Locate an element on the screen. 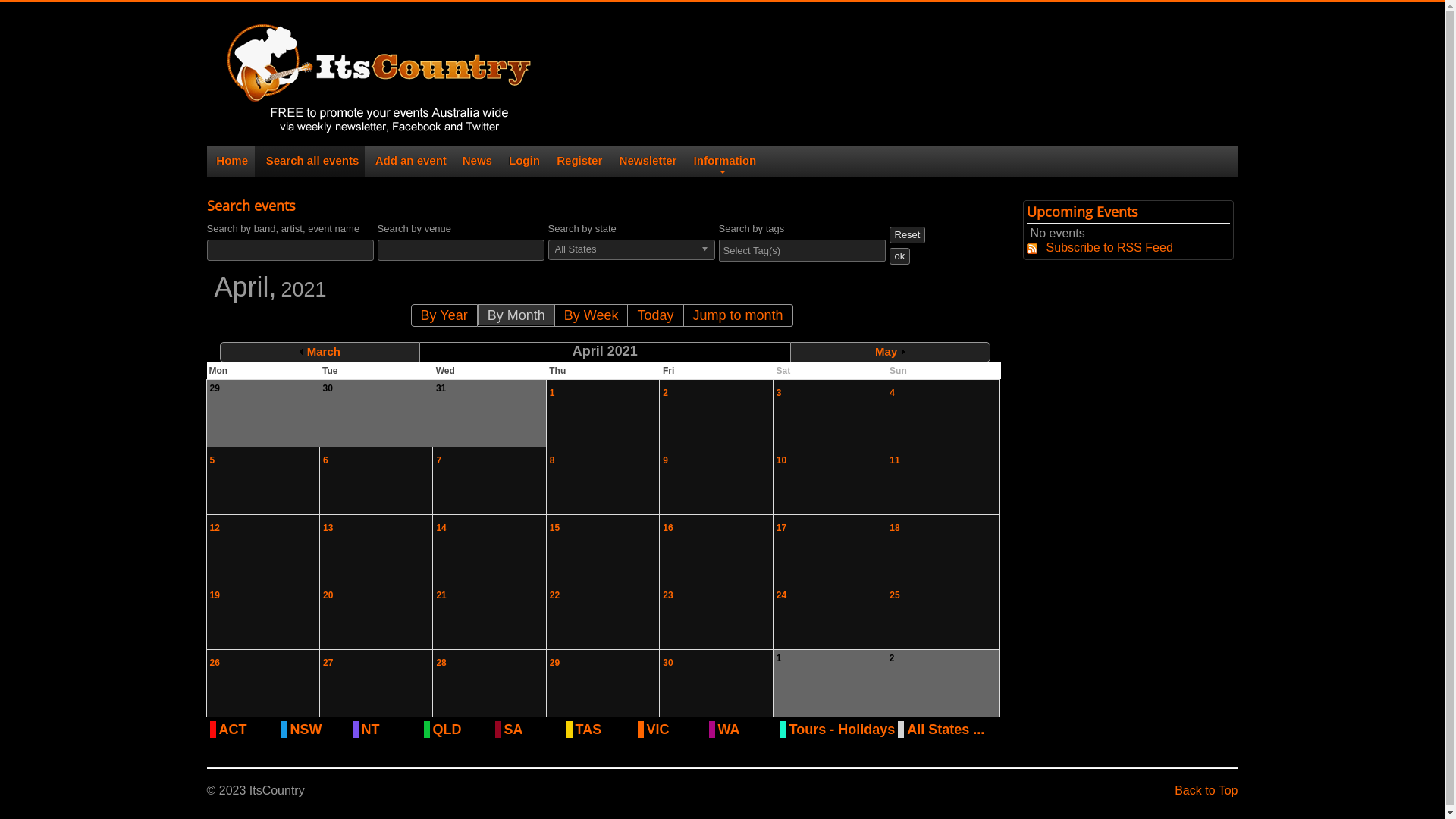  'Tours - Holidays' is located at coordinates (840, 728).